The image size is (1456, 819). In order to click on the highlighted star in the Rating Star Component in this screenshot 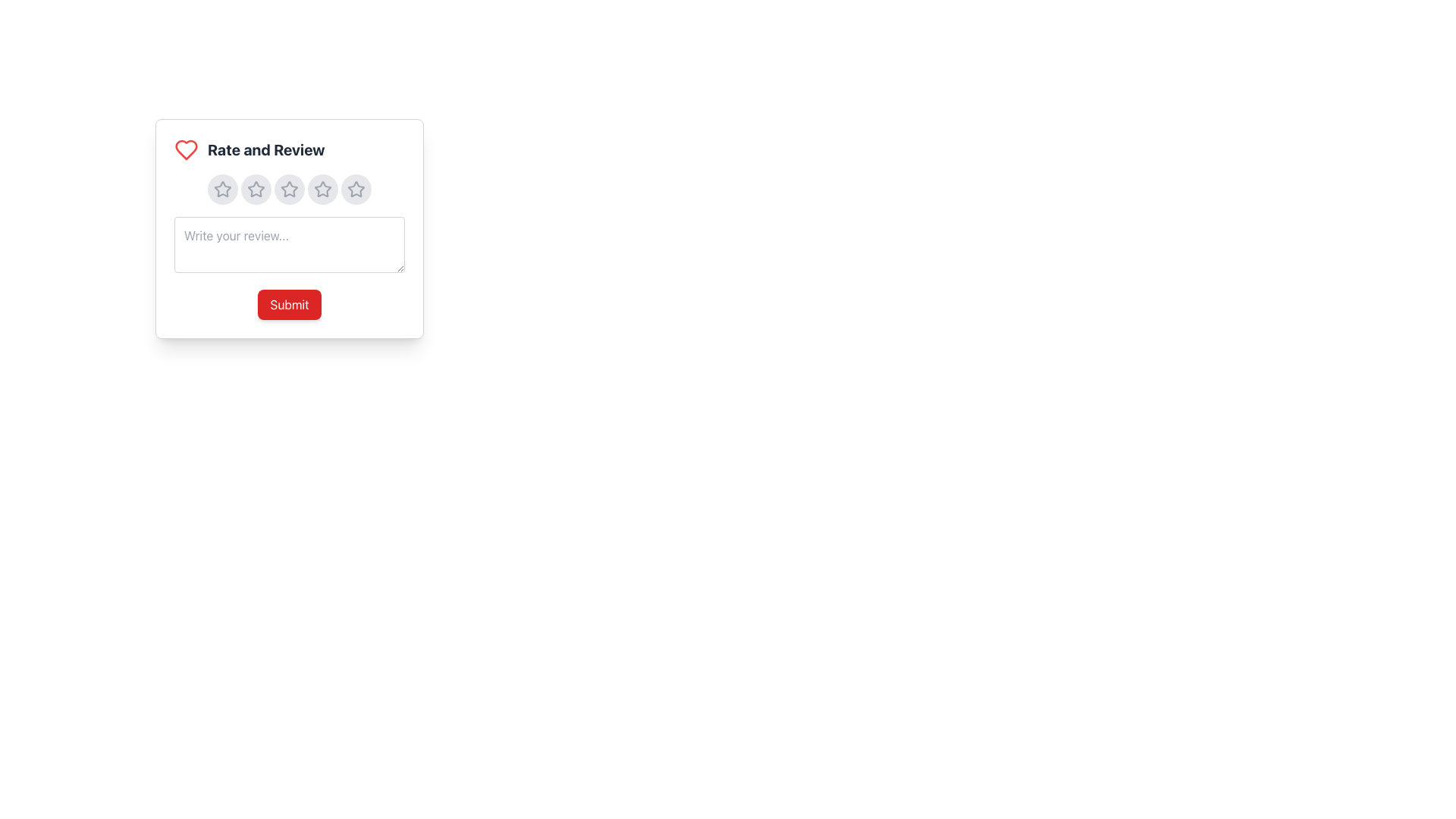, I will do `click(290, 189)`.